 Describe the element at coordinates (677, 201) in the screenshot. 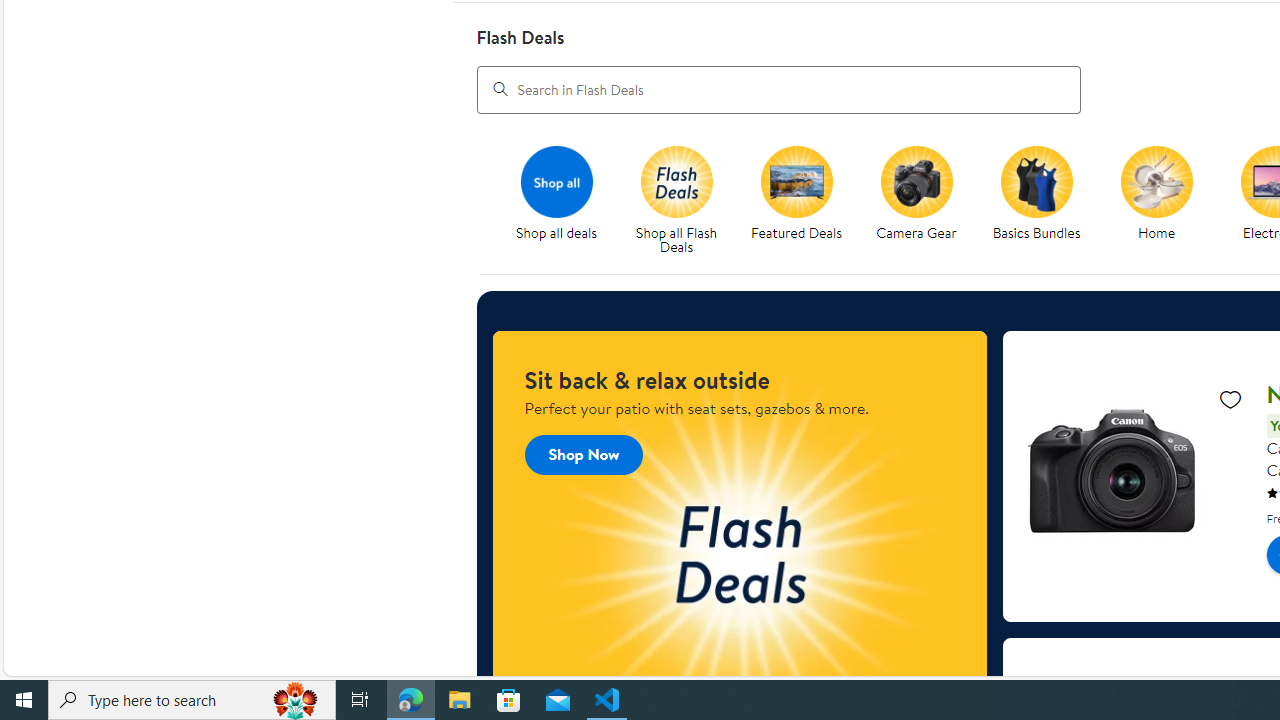

I see `'Flash Deals Shop all Flash Deals'` at that location.